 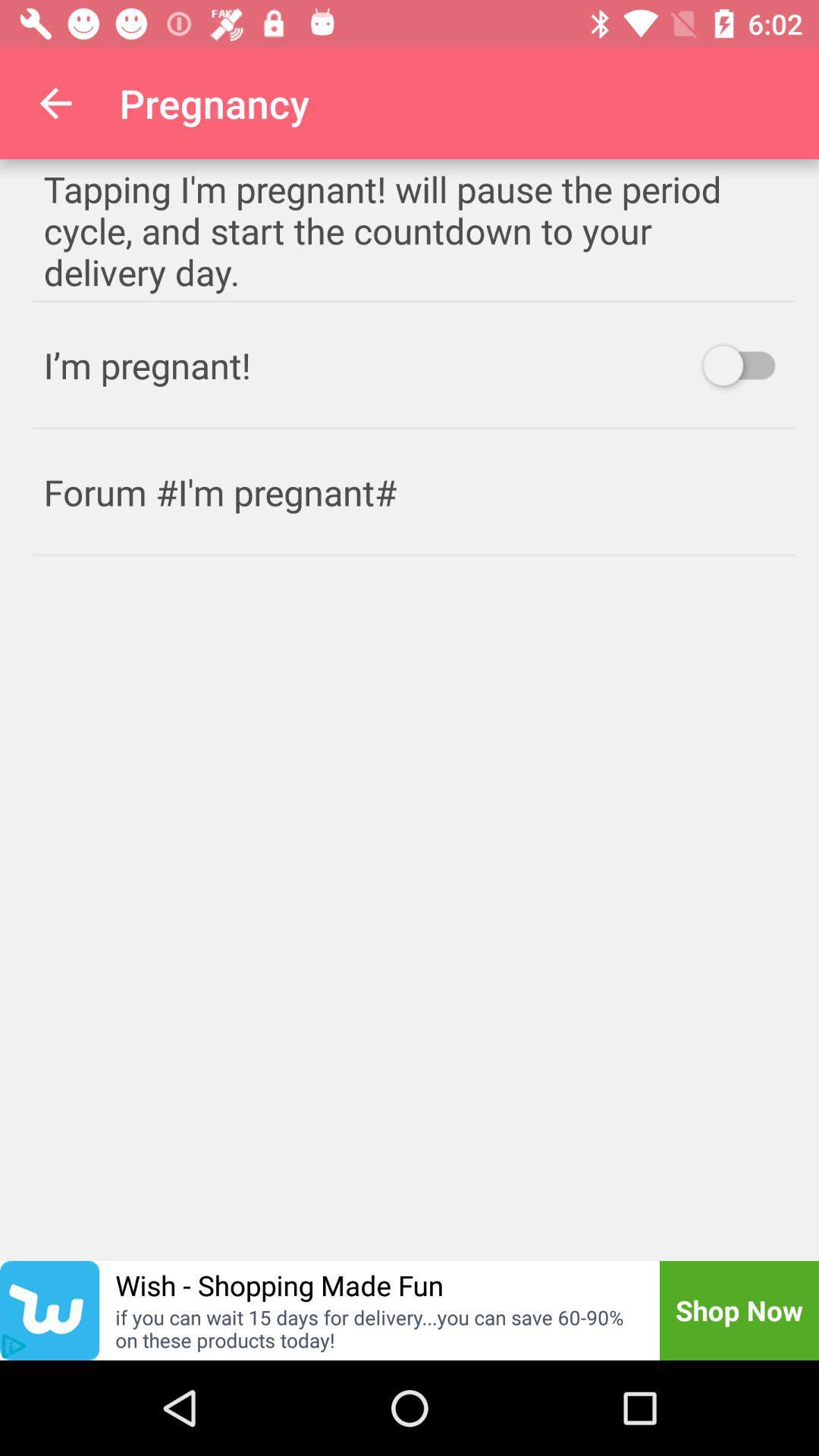 What do you see at coordinates (49, 1310) in the screenshot?
I see `the twitter icon` at bounding box center [49, 1310].